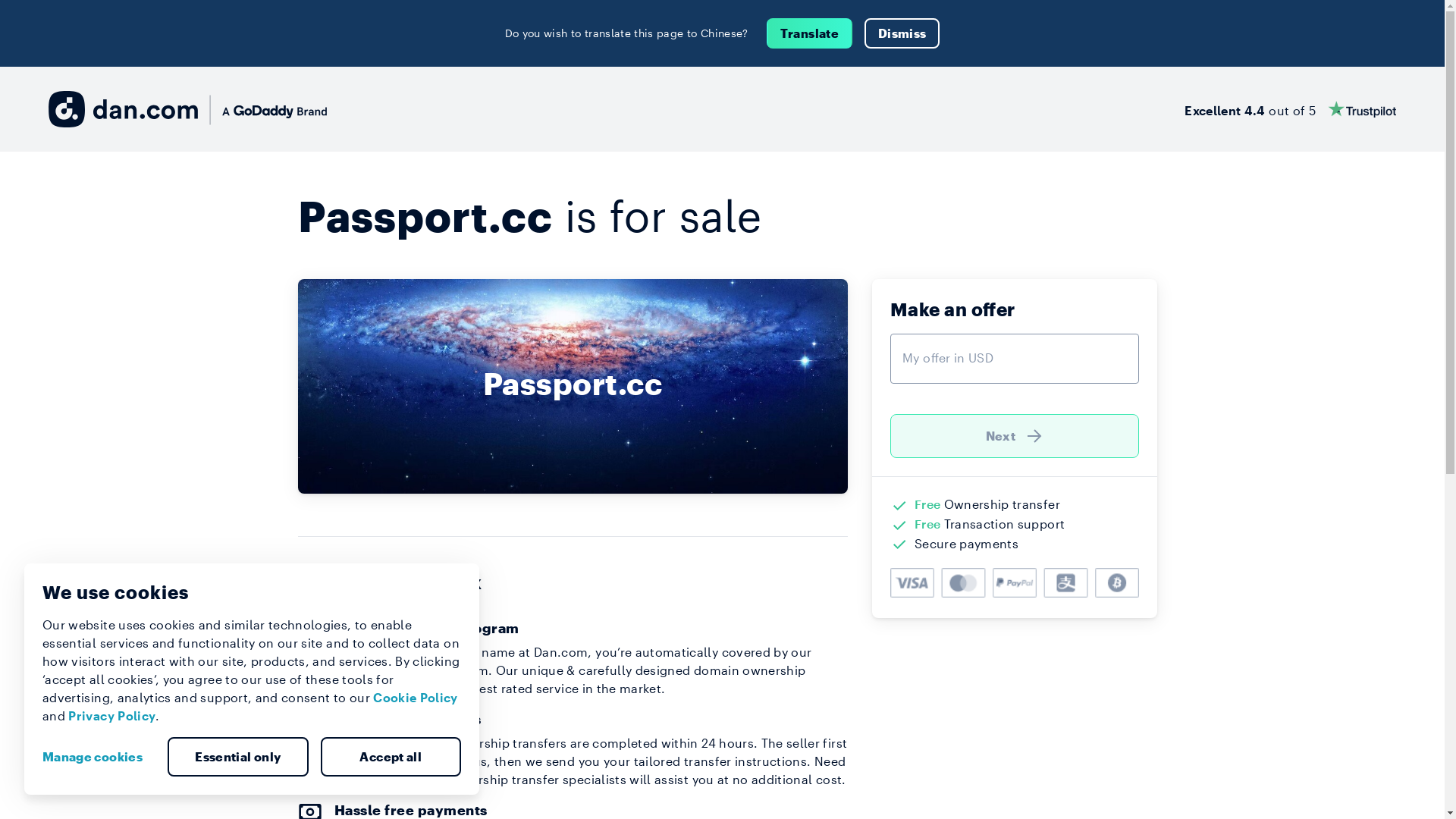  Describe the element at coordinates (1015, 435) in the screenshot. I see `'Next` at that location.